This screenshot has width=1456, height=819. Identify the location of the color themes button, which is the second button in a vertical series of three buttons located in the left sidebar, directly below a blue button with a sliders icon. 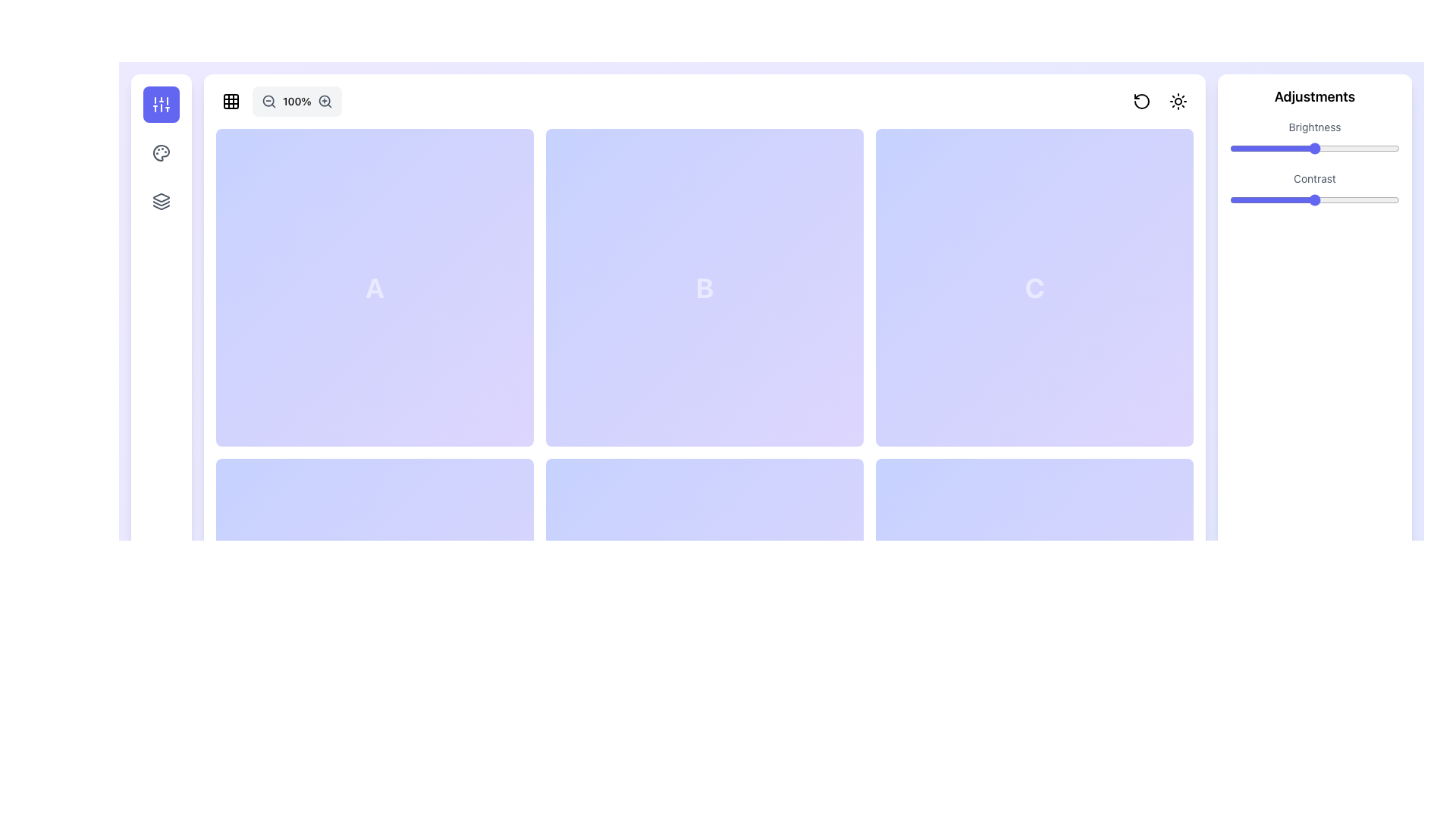
(161, 152).